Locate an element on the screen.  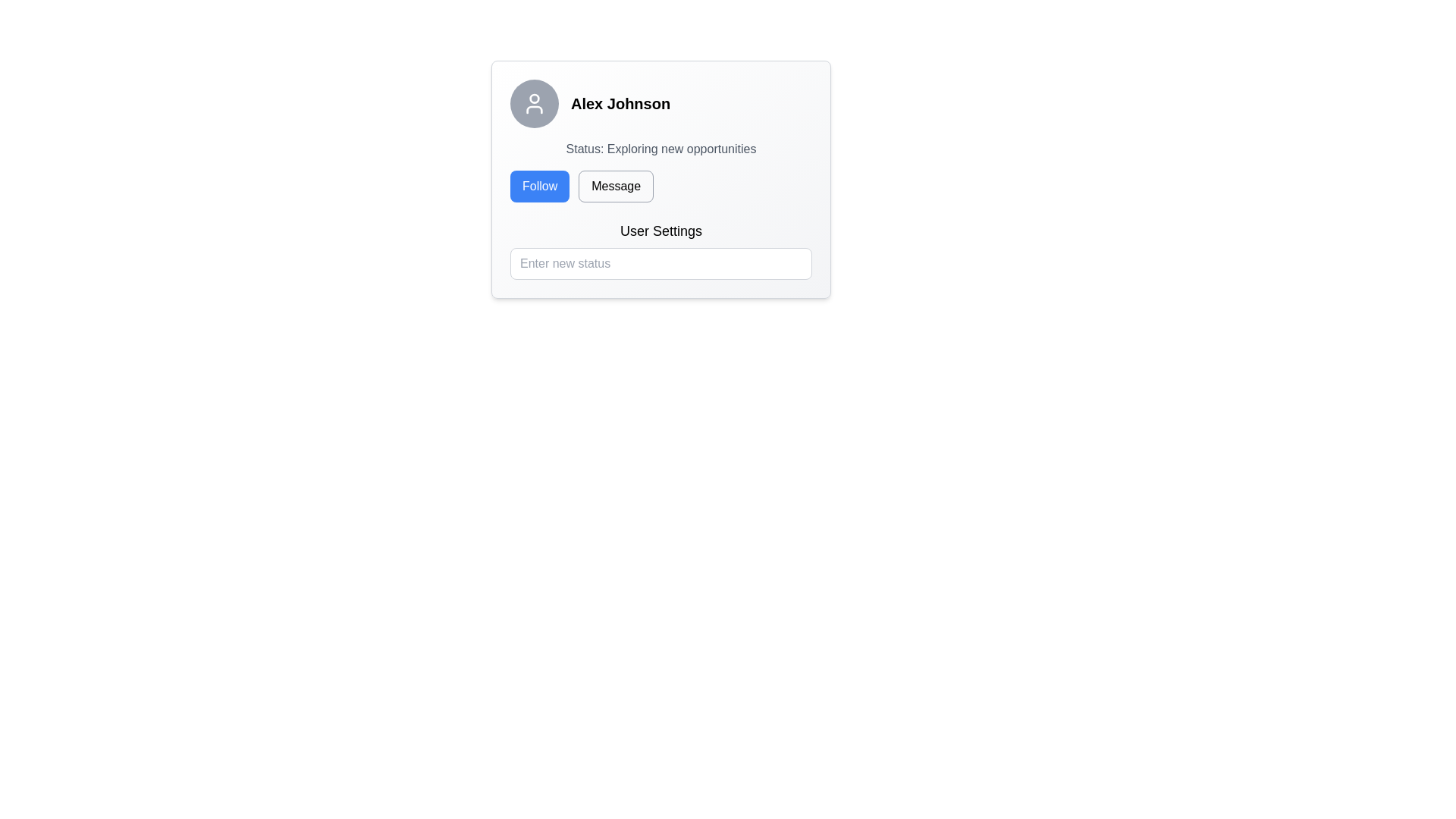
the Text Label displaying the user's current status, located below 'Alex Johnson' and above the 'Follow' and 'Message' buttons is located at coordinates (661, 149).